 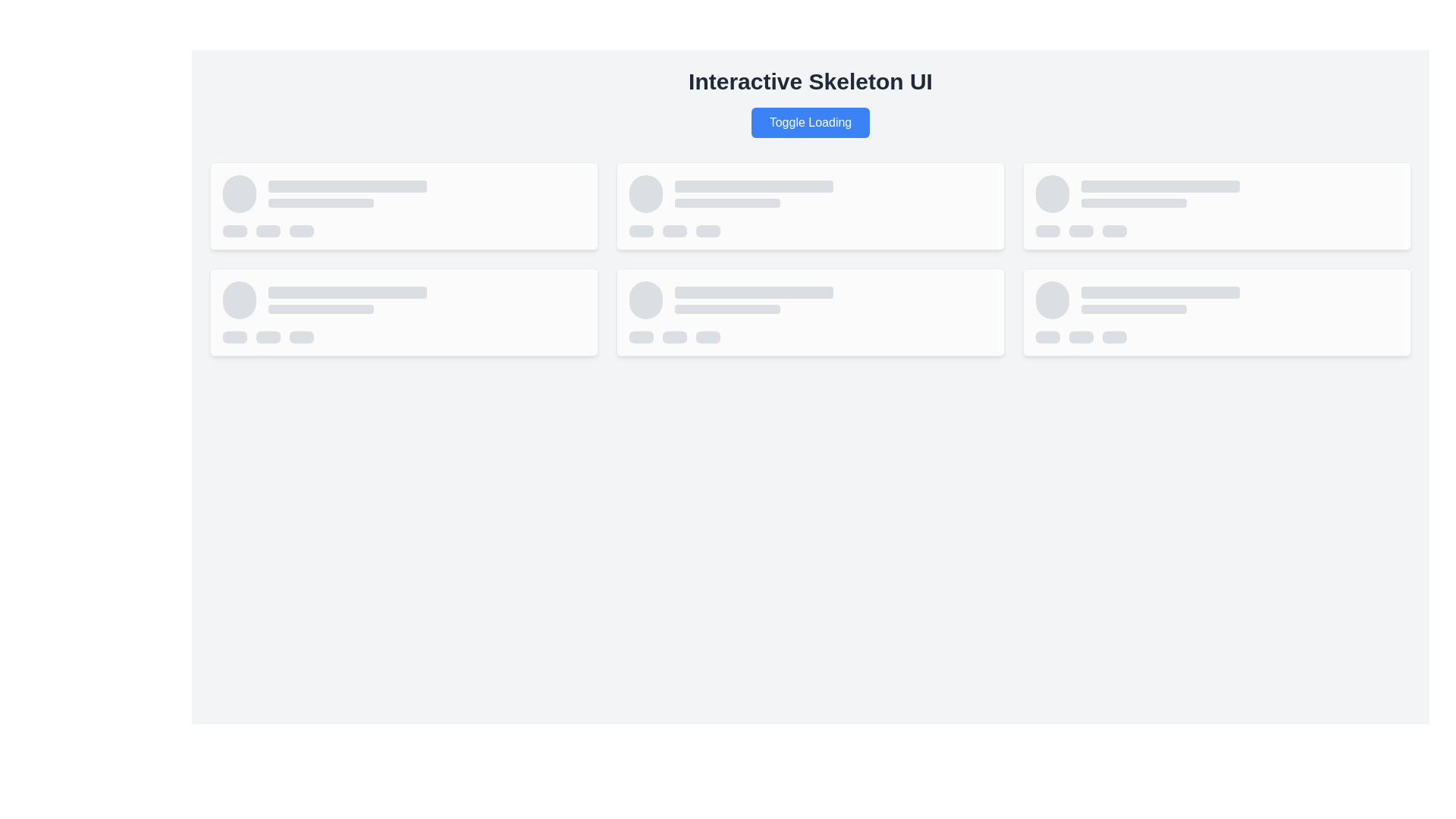 What do you see at coordinates (302, 231) in the screenshot?
I see `the disabled button, which is the third button in a horizontal stack of three buttons located in the upper-left section of the layout` at bounding box center [302, 231].